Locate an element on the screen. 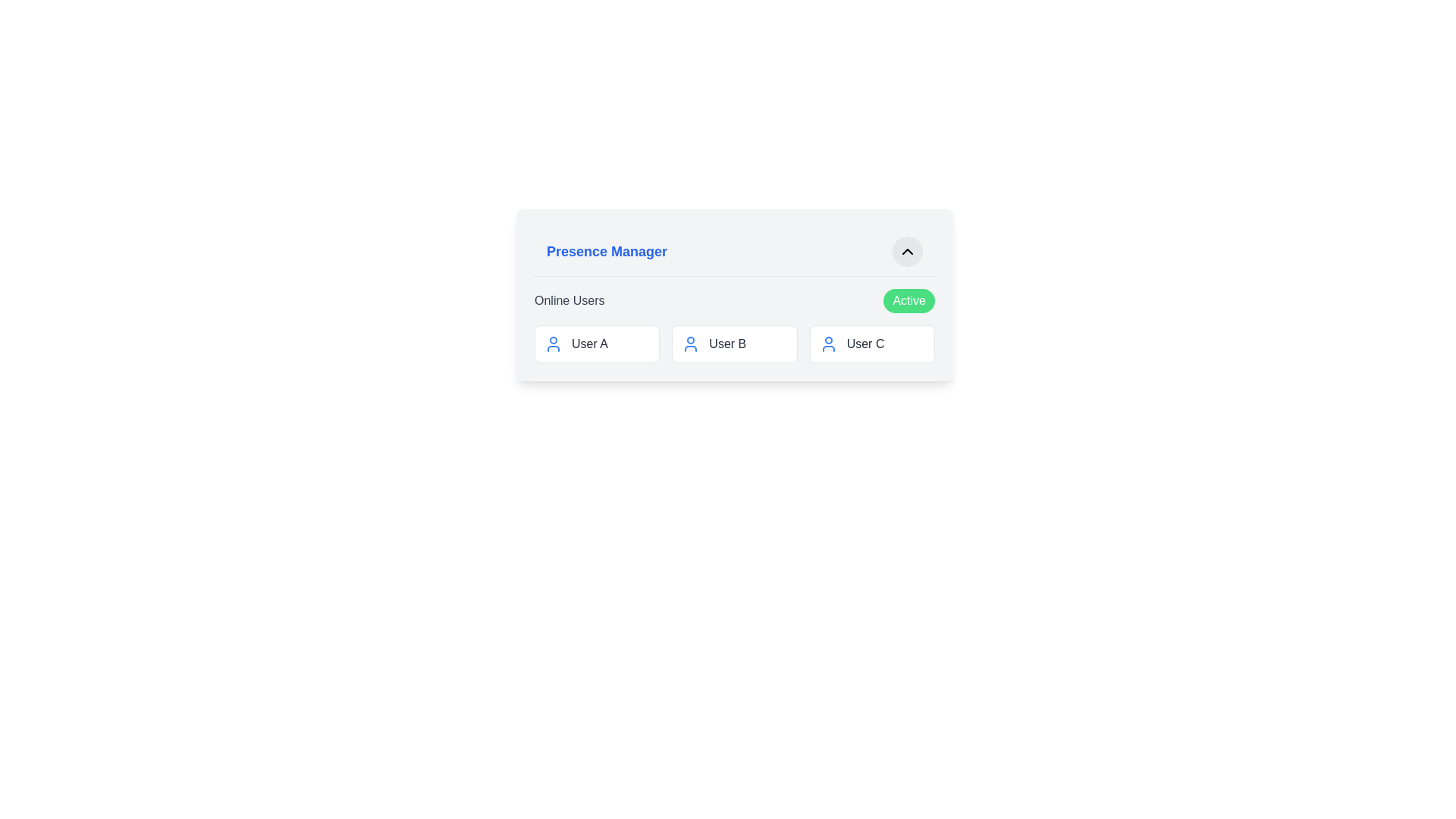 This screenshot has height=819, width=1456. the user information card element located in the second column of a three-column layout, which displays user details including their name and an associated icon is located at coordinates (735, 344).